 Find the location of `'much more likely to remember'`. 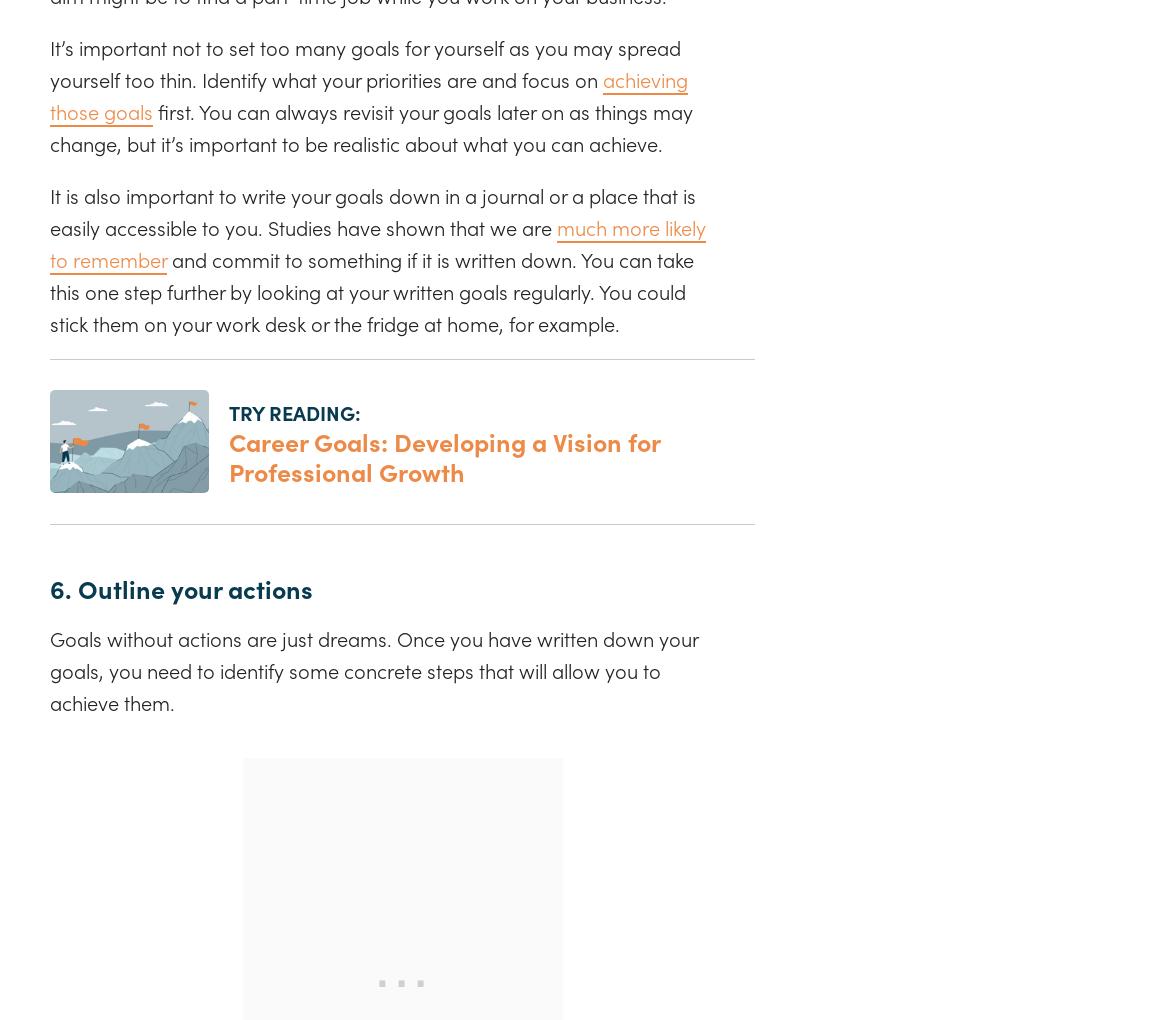

'much more likely to remember' is located at coordinates (49, 242).